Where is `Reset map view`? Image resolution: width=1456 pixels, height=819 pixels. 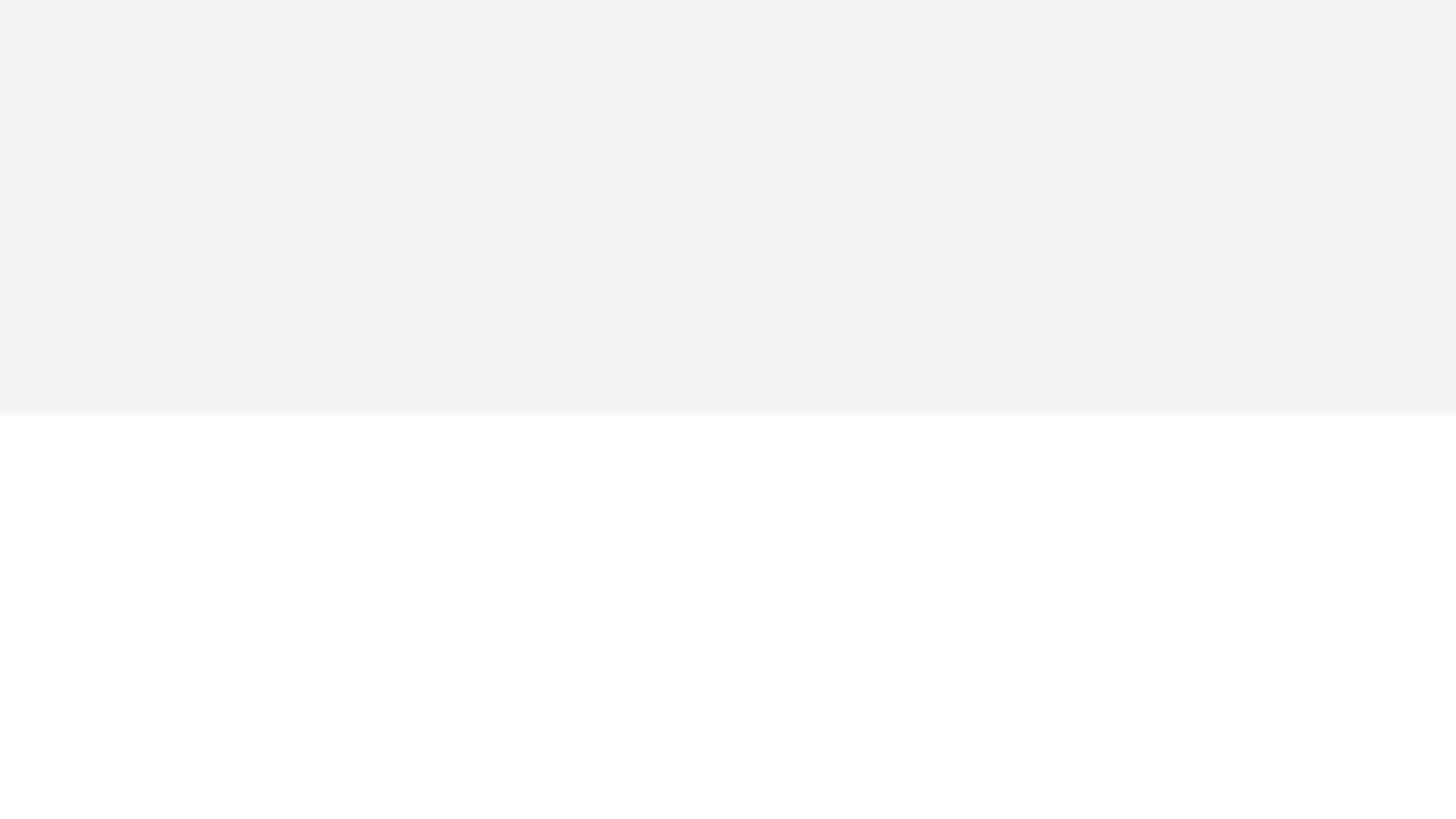
Reset map view is located at coordinates (1436, 55).